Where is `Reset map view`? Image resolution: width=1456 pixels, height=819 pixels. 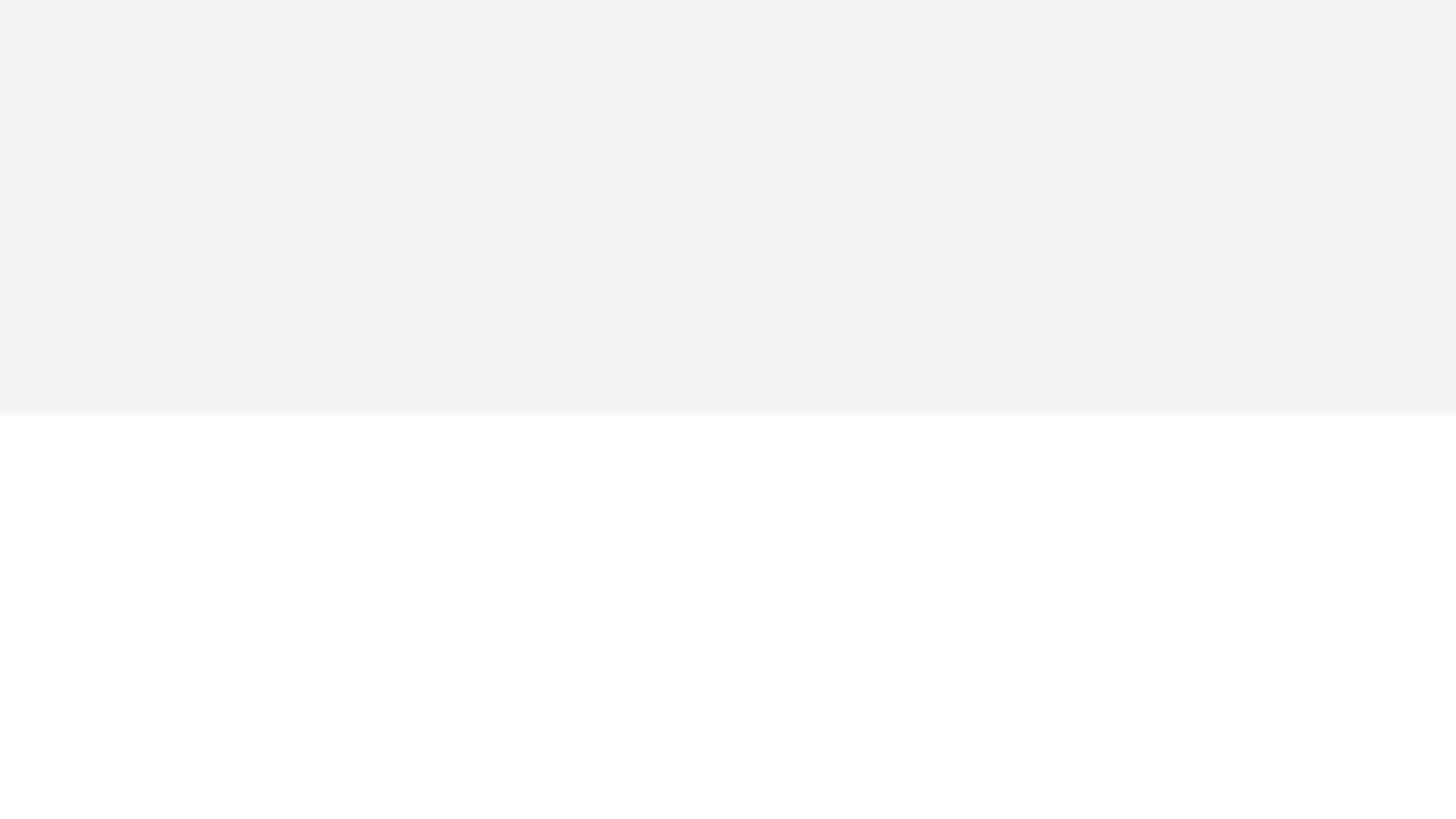
Reset map view is located at coordinates (1436, 55).